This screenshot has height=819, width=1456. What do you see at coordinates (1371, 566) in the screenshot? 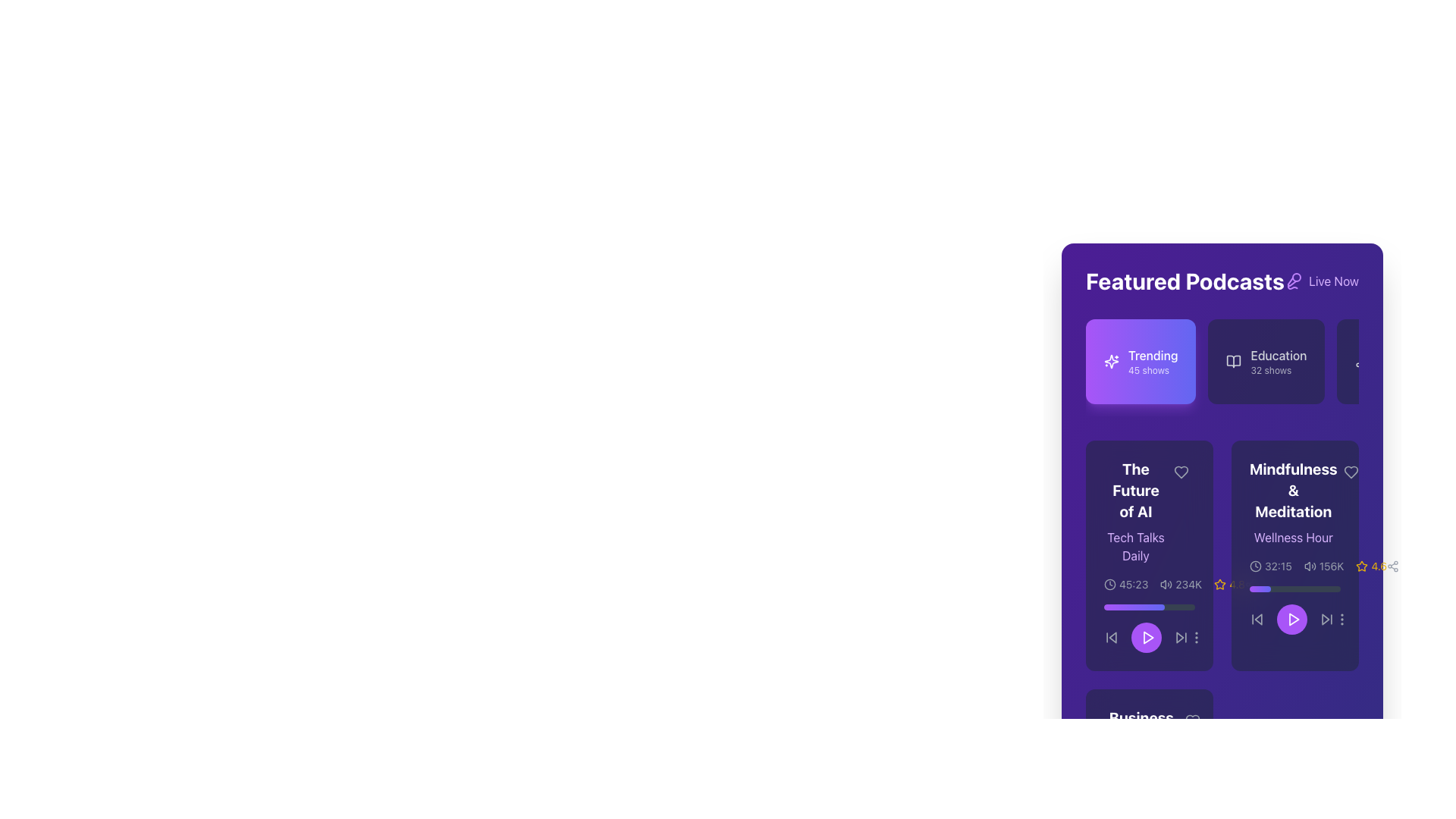
I see `the Rating display, which shows the star icon and score for the podcast` at bounding box center [1371, 566].